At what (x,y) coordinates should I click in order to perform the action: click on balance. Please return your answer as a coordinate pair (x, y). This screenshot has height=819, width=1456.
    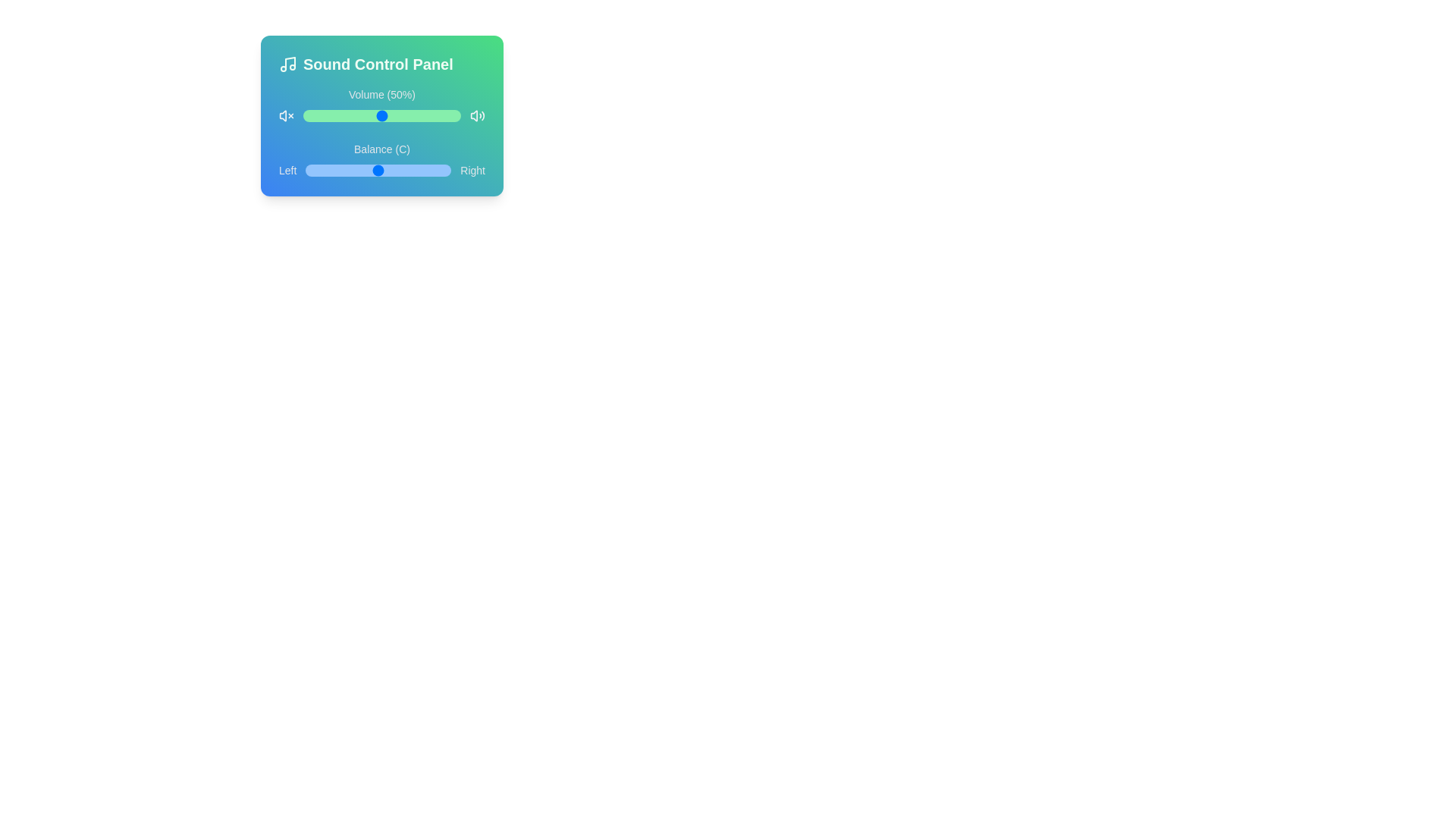
    Looking at the image, I should click on (372, 170).